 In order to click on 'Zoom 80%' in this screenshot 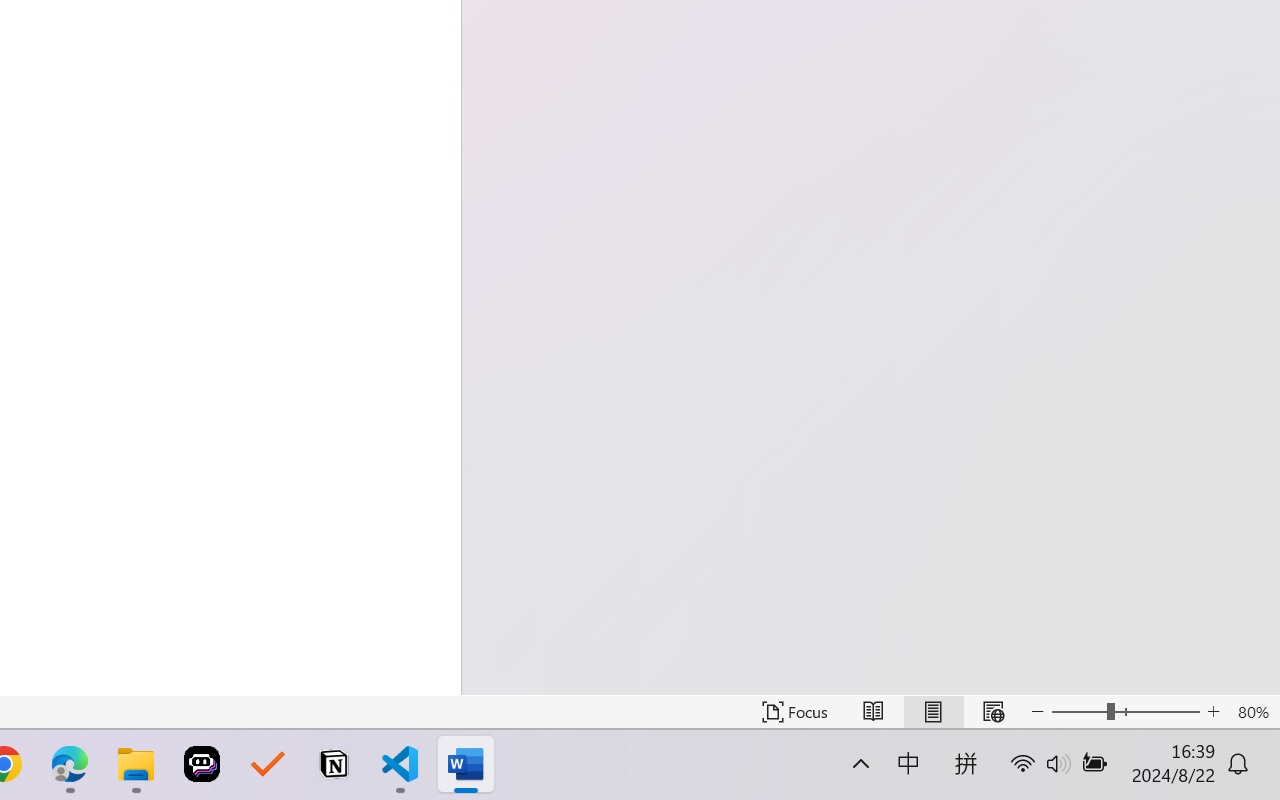, I will do `click(1252, 711)`.